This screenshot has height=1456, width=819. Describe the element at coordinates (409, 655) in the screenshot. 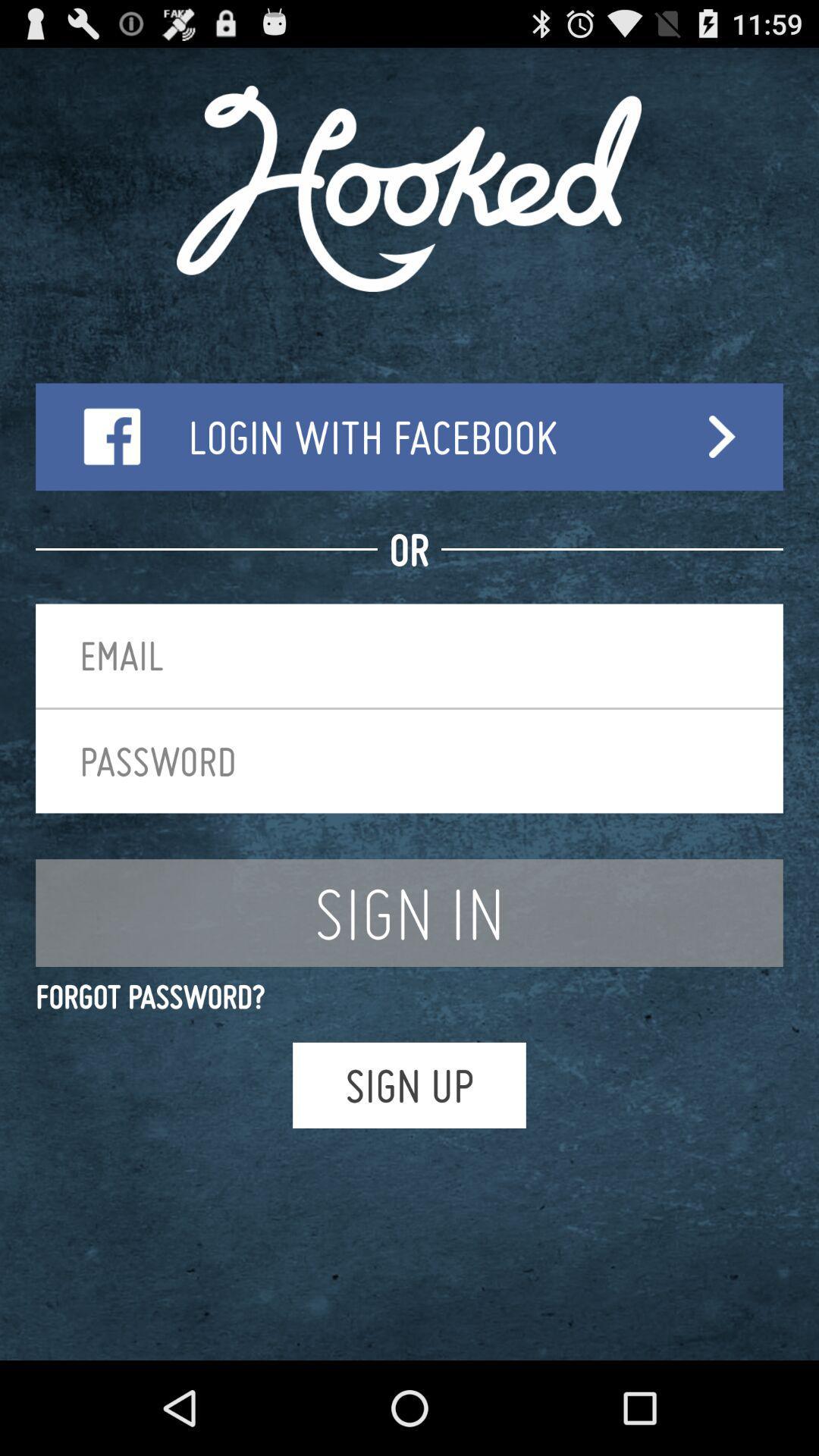

I see `the app below or app` at that location.